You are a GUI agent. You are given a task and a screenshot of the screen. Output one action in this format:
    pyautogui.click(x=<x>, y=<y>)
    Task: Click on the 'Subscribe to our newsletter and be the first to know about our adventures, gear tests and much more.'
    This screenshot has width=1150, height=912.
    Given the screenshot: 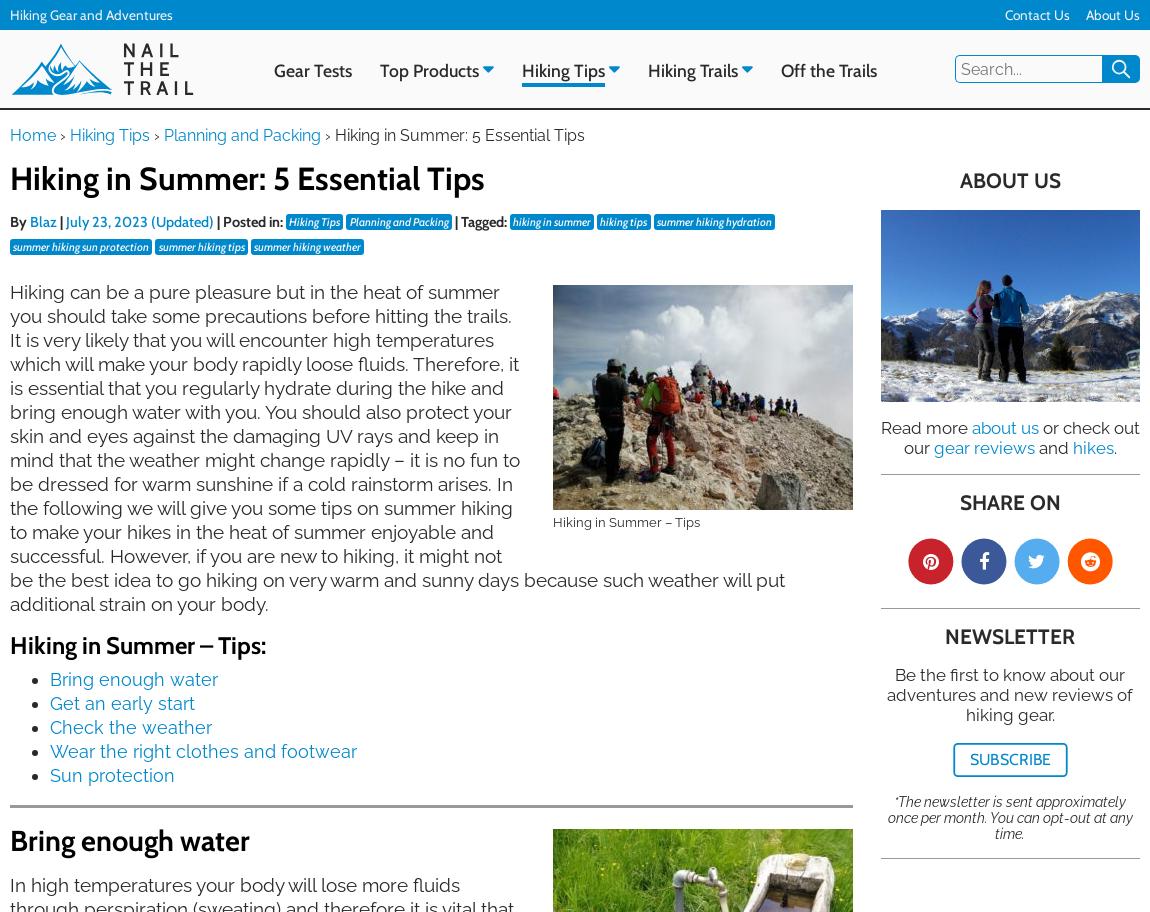 What is the action you would take?
    pyautogui.click(x=250, y=834)
    